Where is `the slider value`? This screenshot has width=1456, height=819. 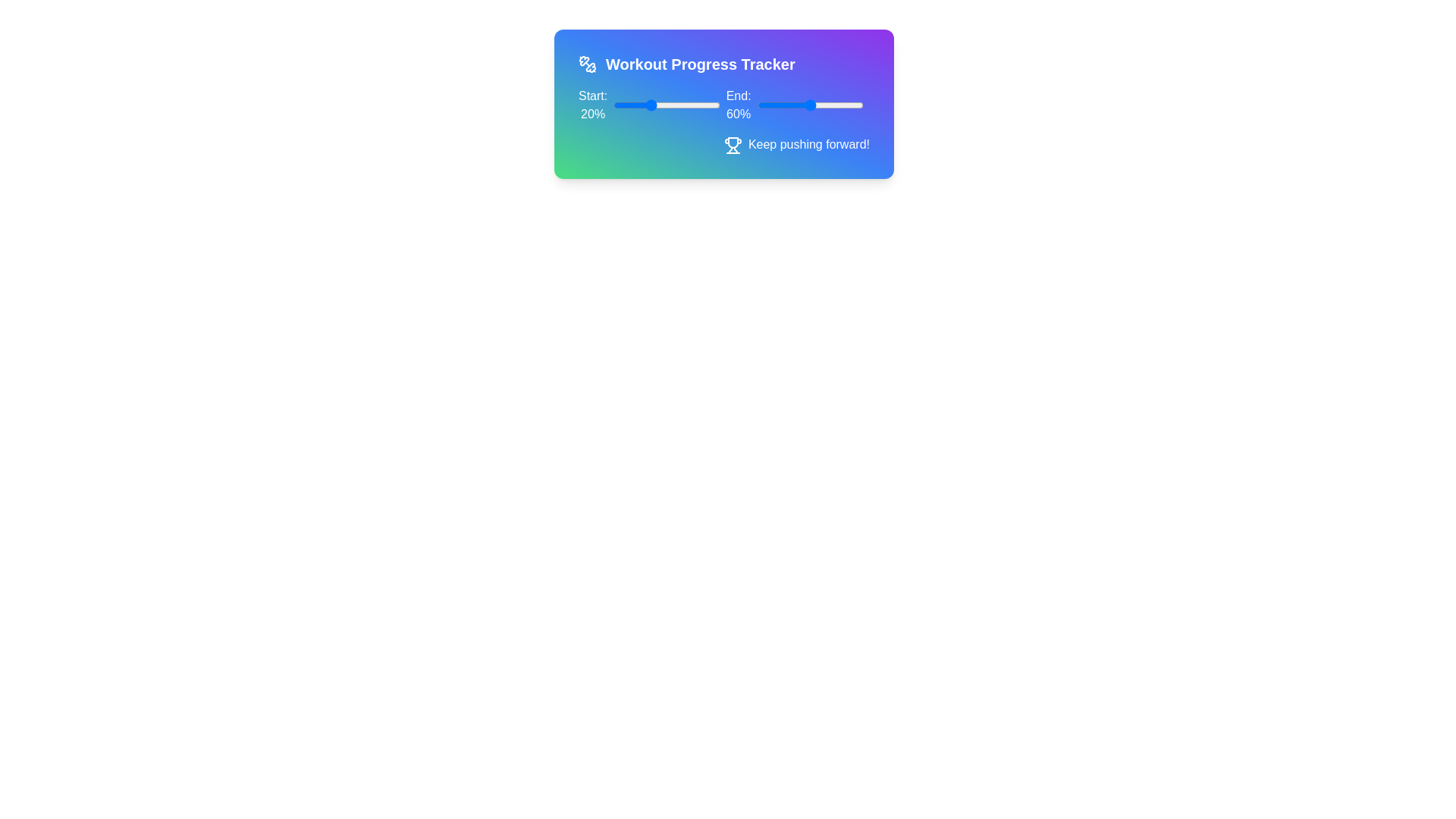
the slider value is located at coordinates (694, 104).